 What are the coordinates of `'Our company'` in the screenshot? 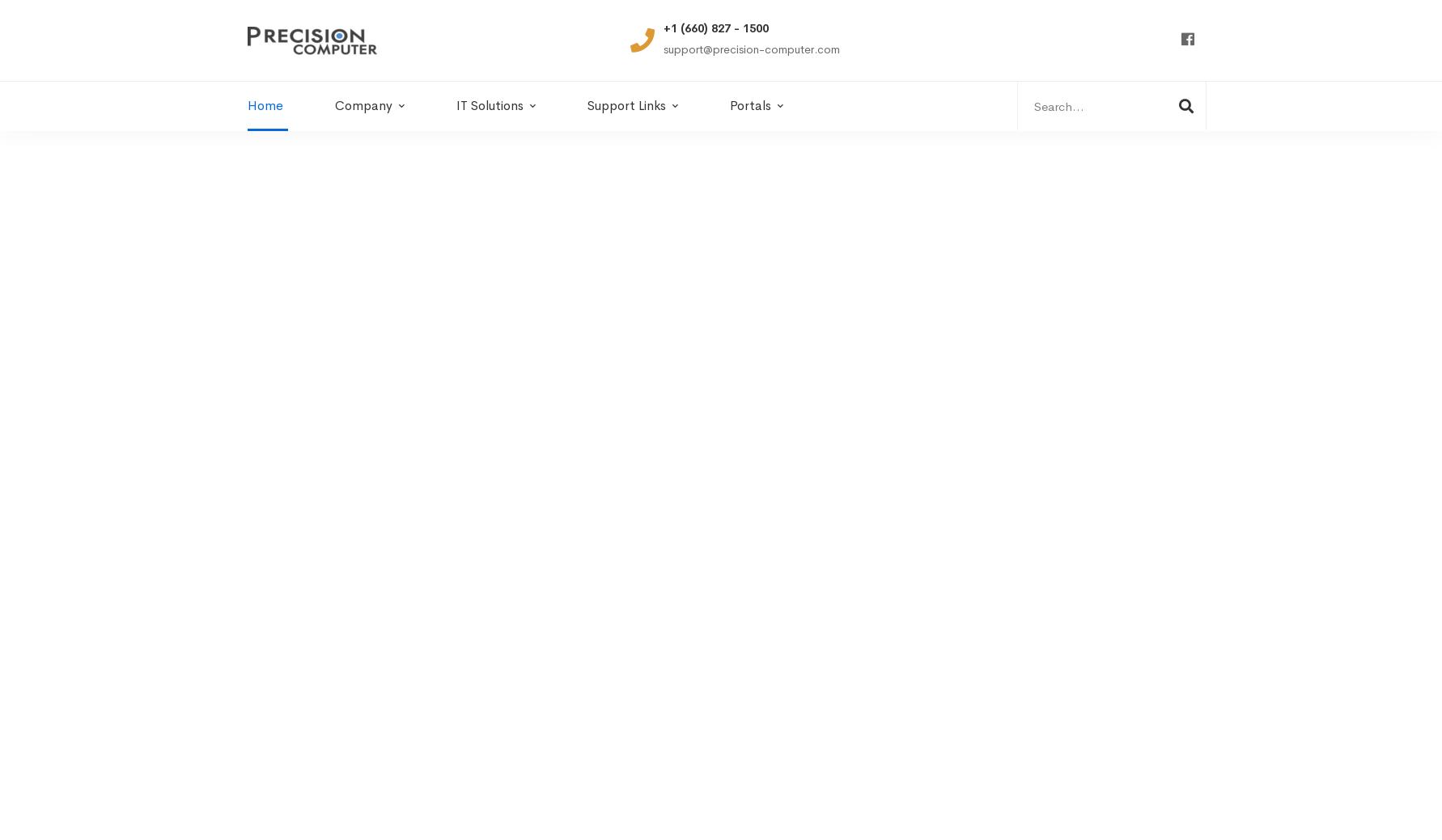 It's located at (304, 568).